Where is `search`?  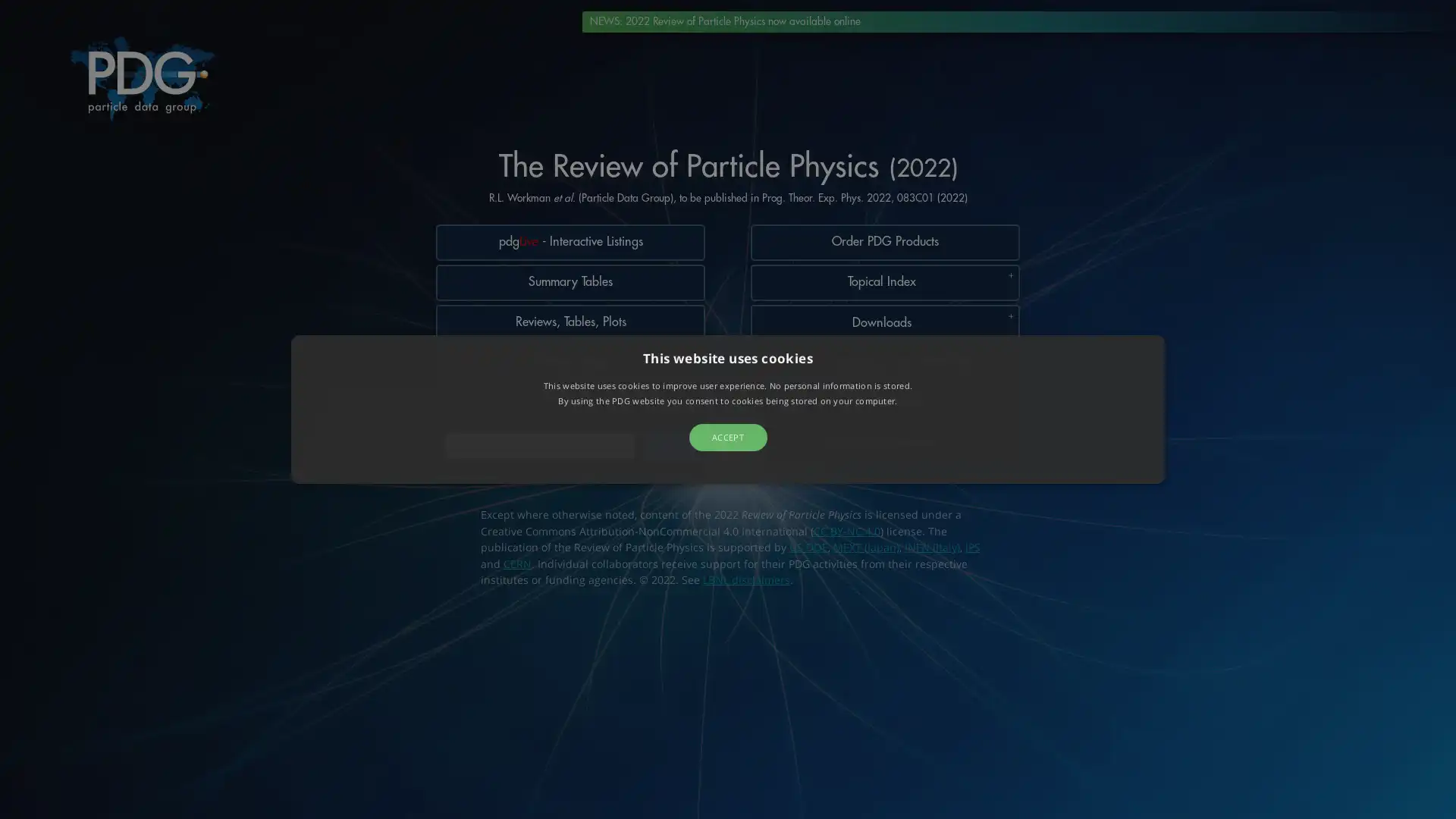
search is located at coordinates (670, 459).